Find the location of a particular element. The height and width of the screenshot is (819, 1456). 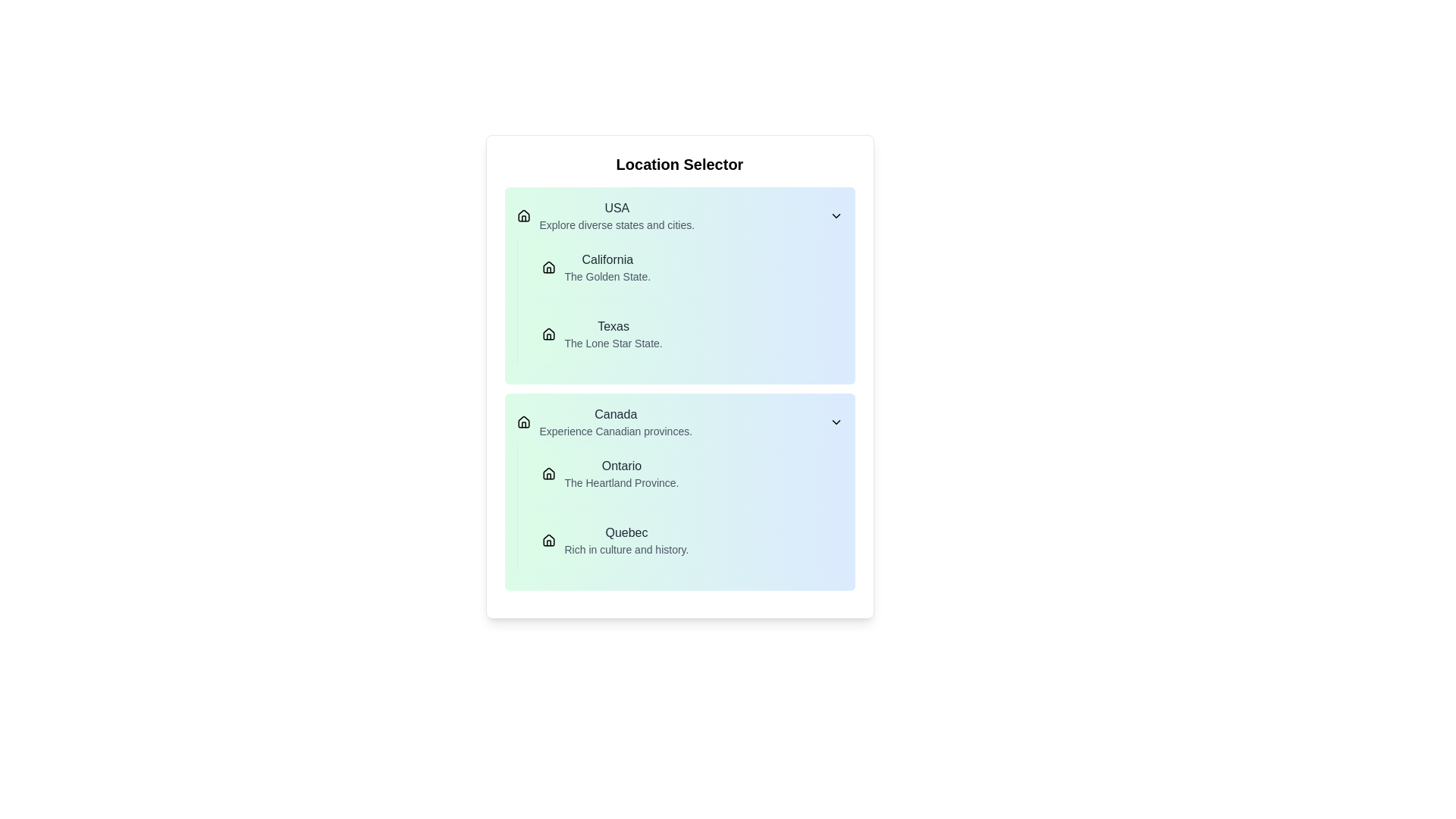

informational text that states 'Experience Canadian provinces.' which is styled in light gray and located below the title 'Canada' is located at coordinates (616, 431).